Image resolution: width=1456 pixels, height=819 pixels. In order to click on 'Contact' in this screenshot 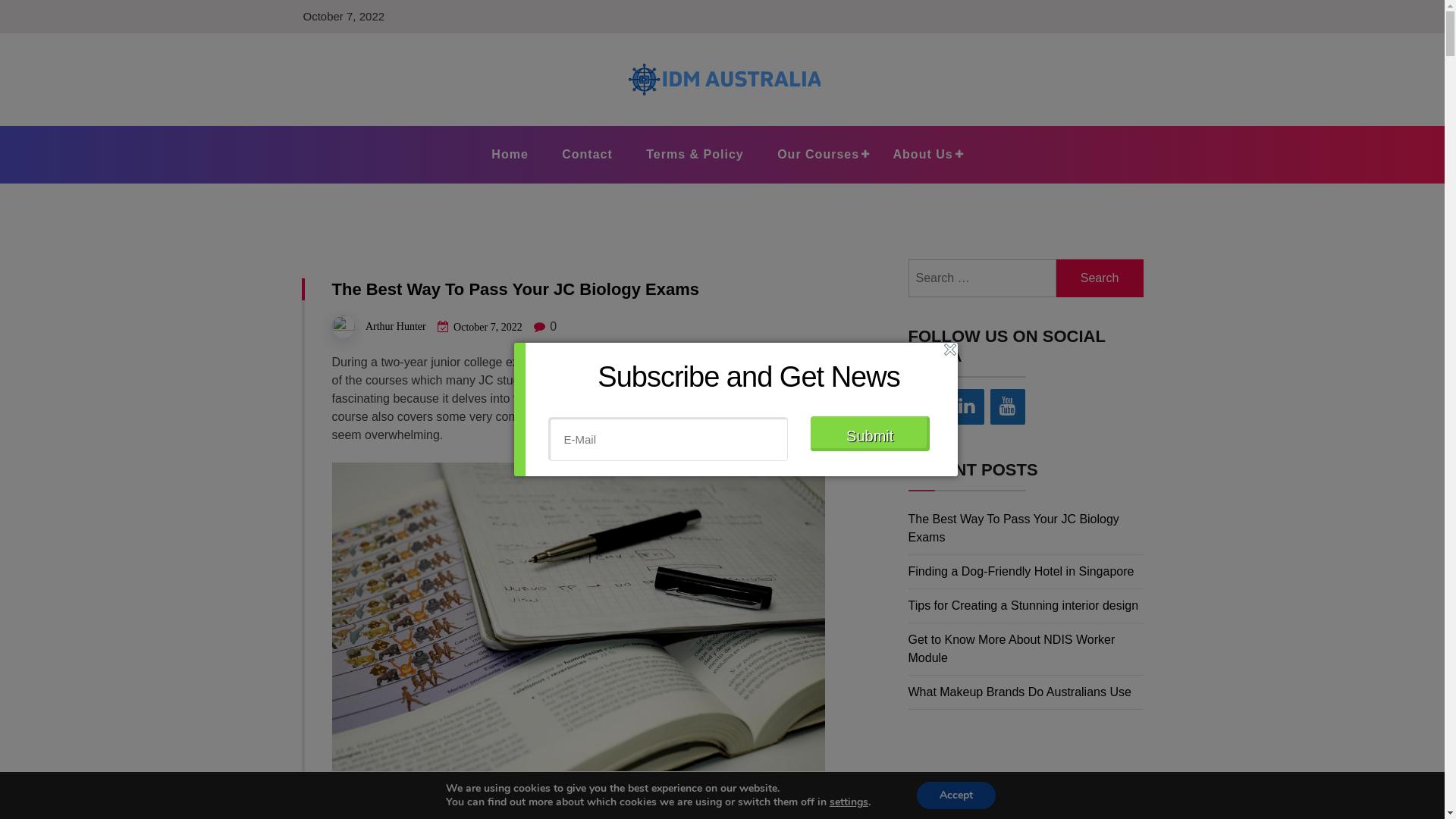, I will do `click(586, 155)`.